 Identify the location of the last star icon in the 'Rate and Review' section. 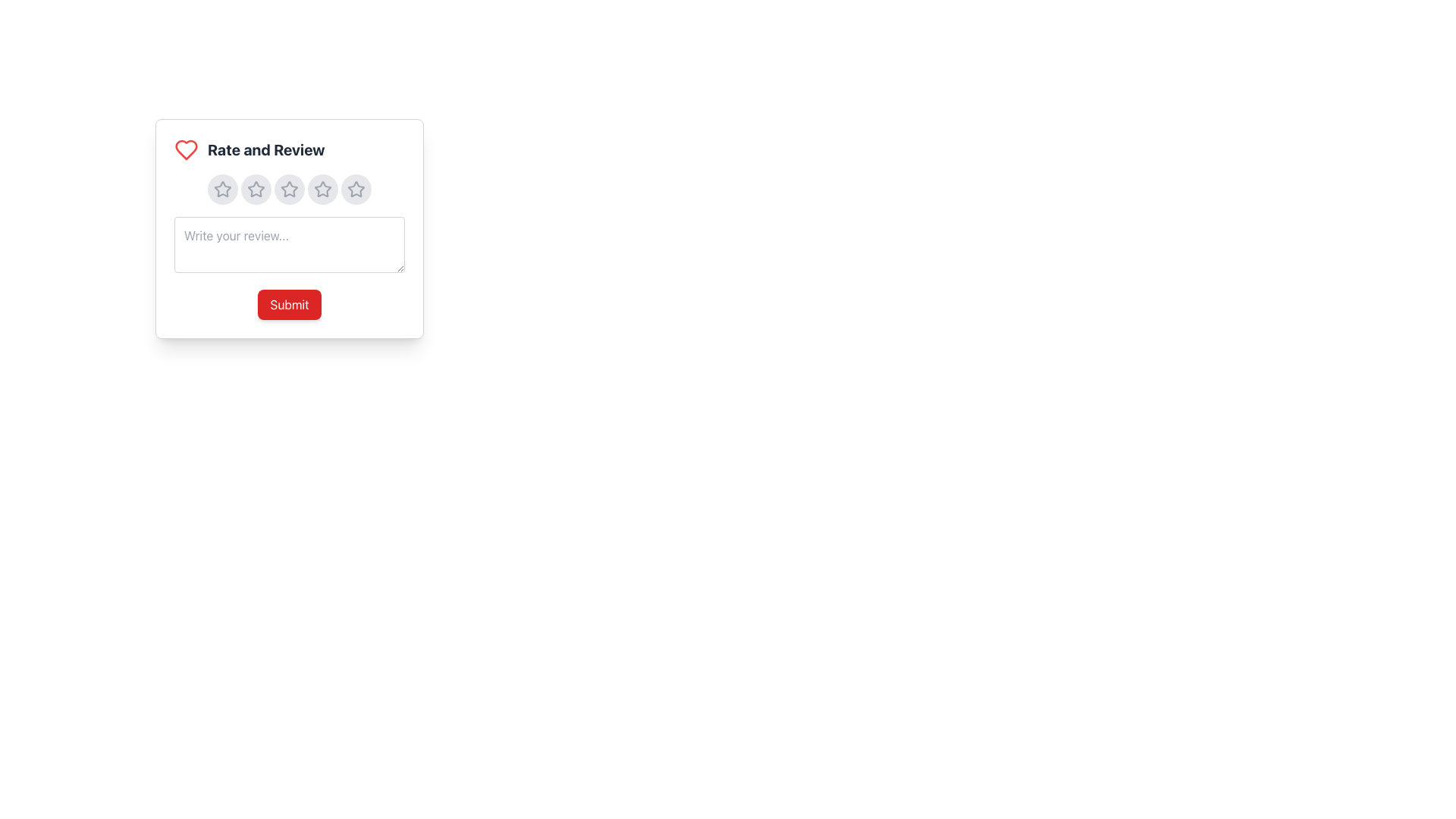
(356, 189).